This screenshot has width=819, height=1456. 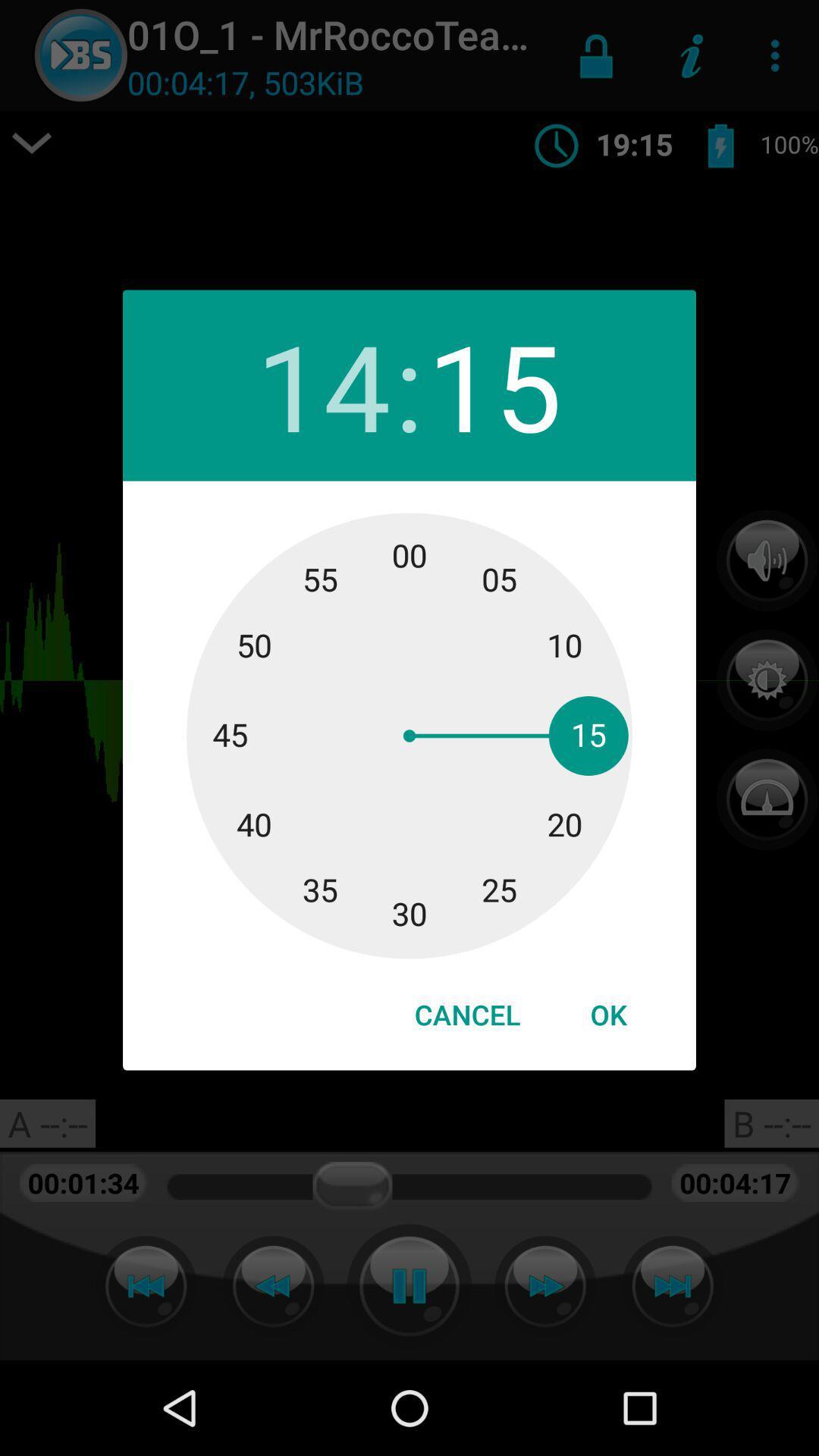 What do you see at coordinates (607, 1015) in the screenshot?
I see `ok` at bounding box center [607, 1015].